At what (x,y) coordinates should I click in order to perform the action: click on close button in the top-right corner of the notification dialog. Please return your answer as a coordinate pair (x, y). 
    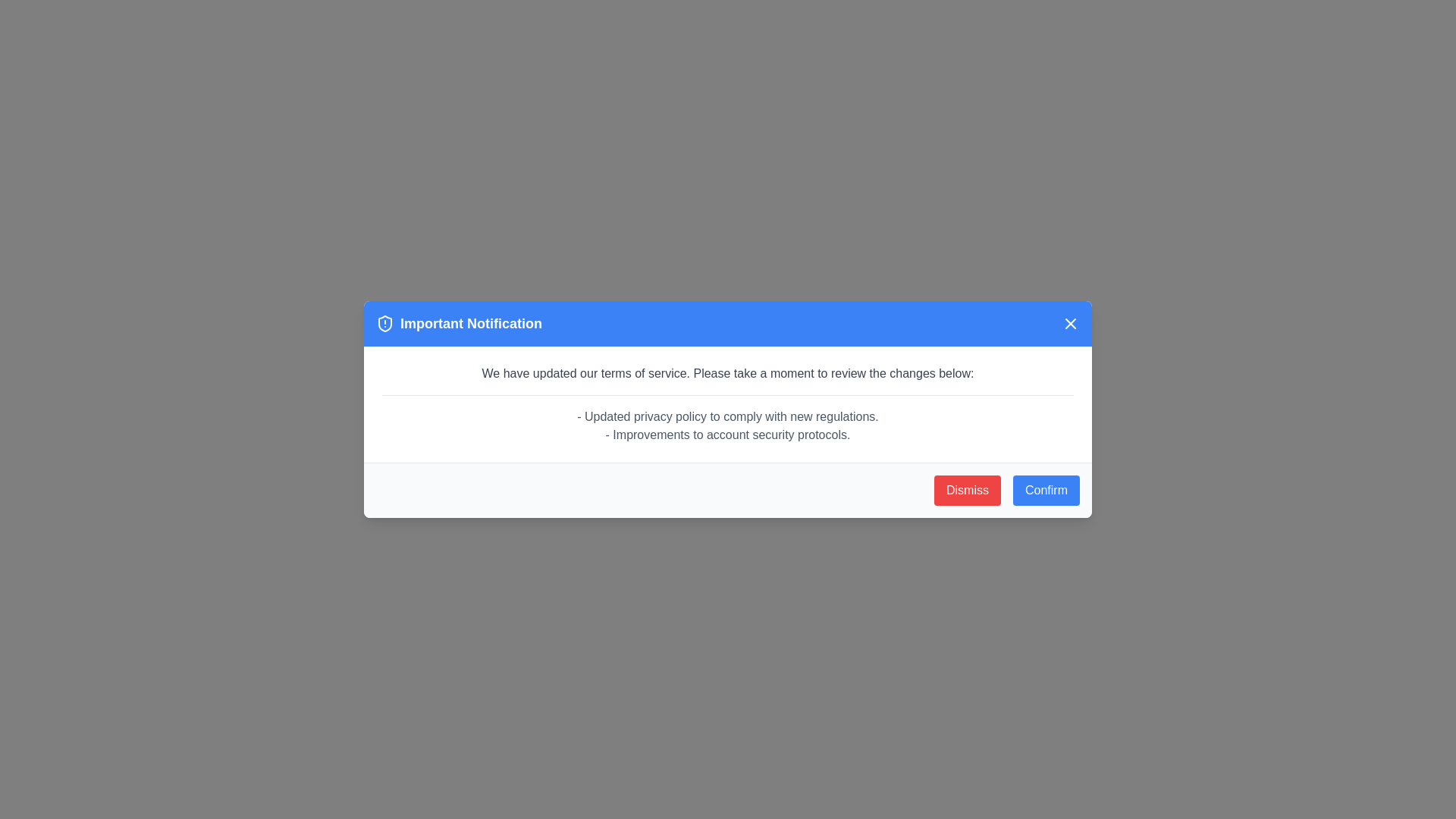
    Looking at the image, I should click on (1069, 323).